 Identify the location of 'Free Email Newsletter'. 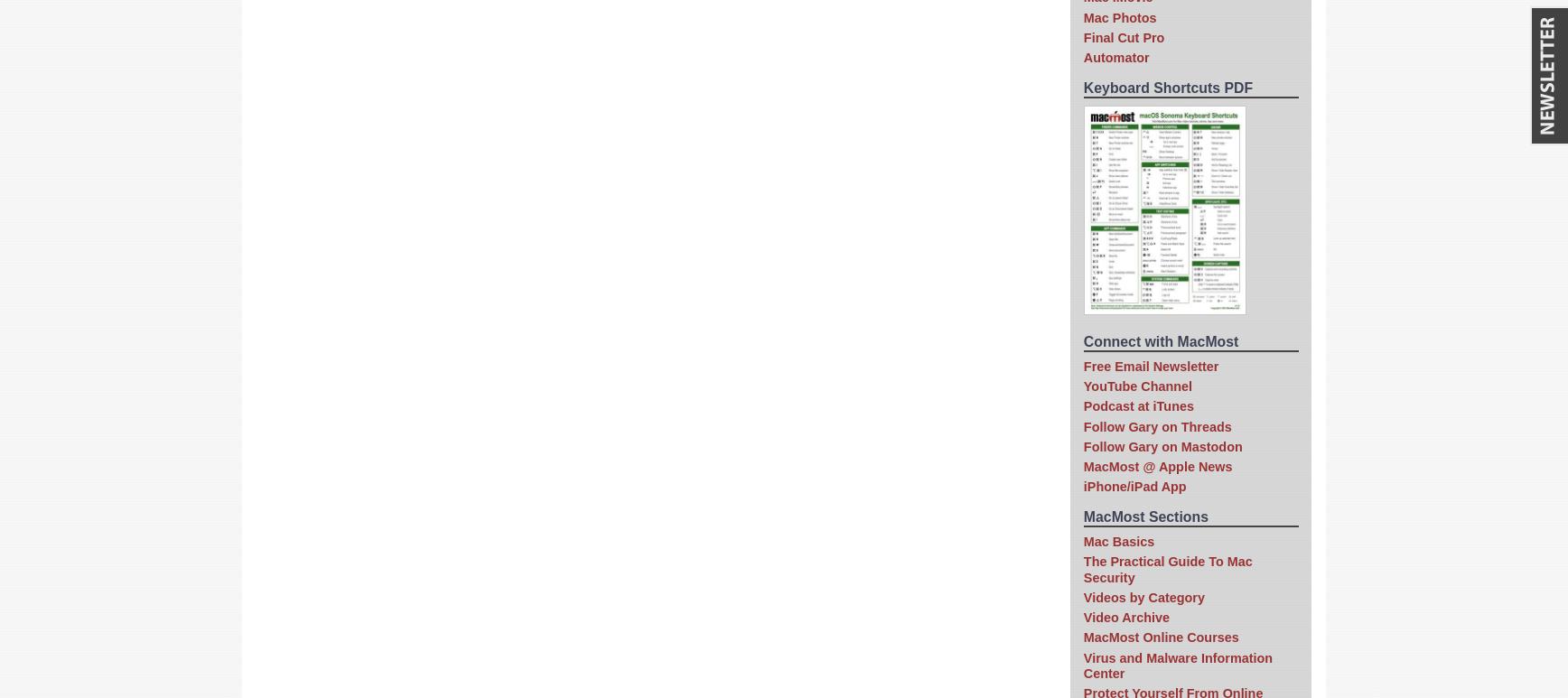
(1151, 364).